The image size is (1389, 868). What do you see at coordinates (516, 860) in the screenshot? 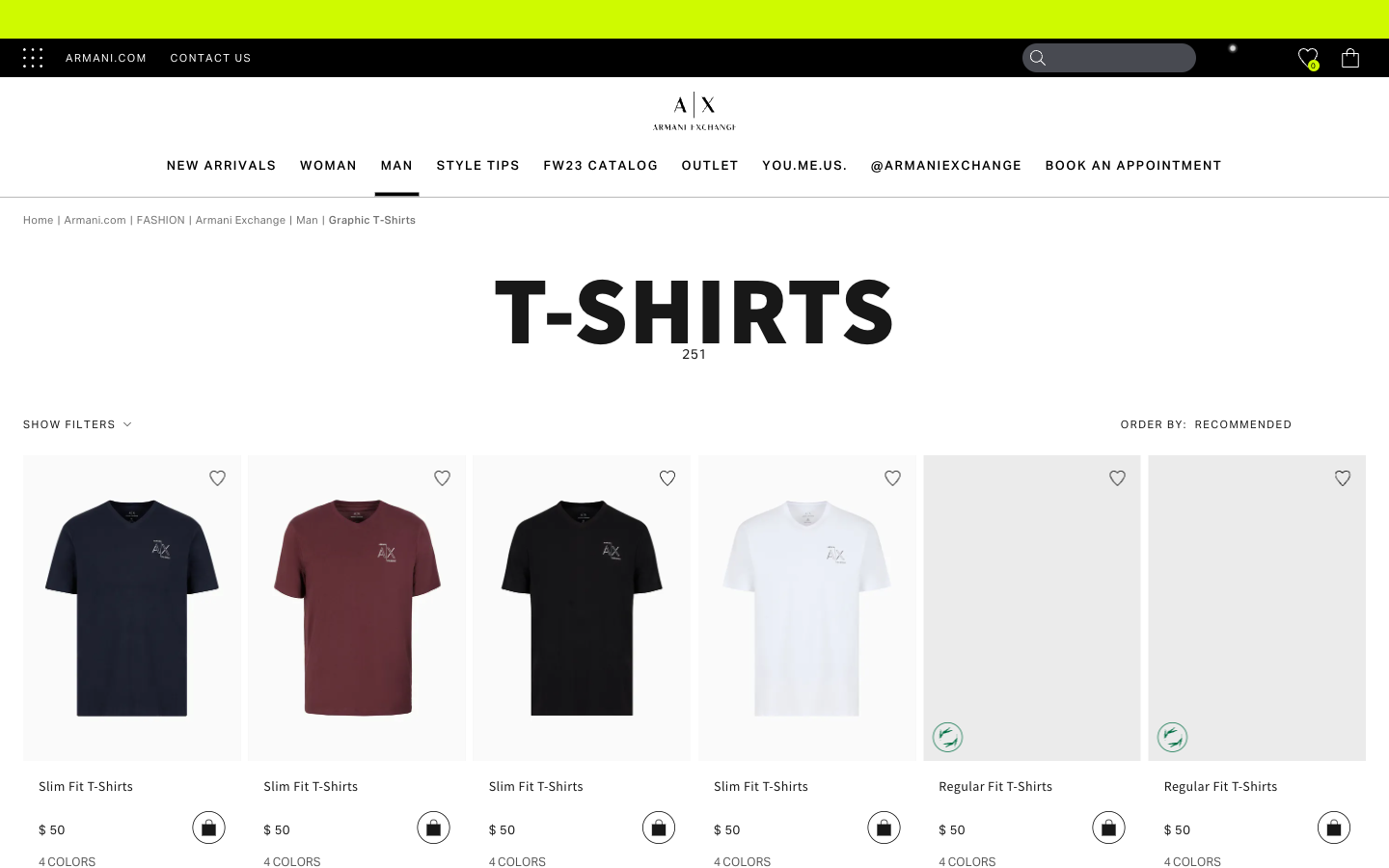
I see `Change the color selection for the T-shirt third from the left` at bounding box center [516, 860].